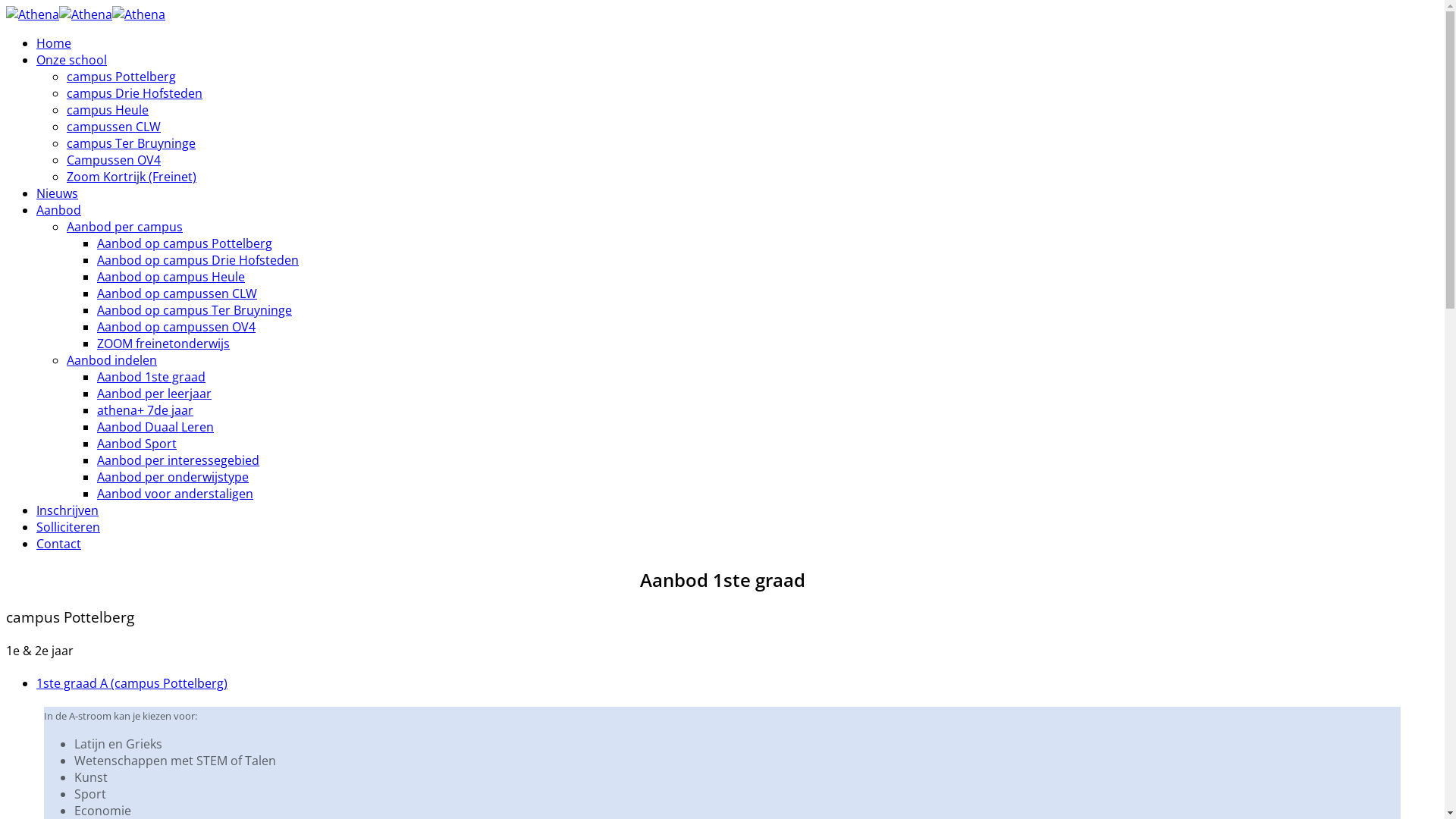 The height and width of the screenshot is (819, 1456). What do you see at coordinates (67, 510) in the screenshot?
I see `'Inschrijven'` at bounding box center [67, 510].